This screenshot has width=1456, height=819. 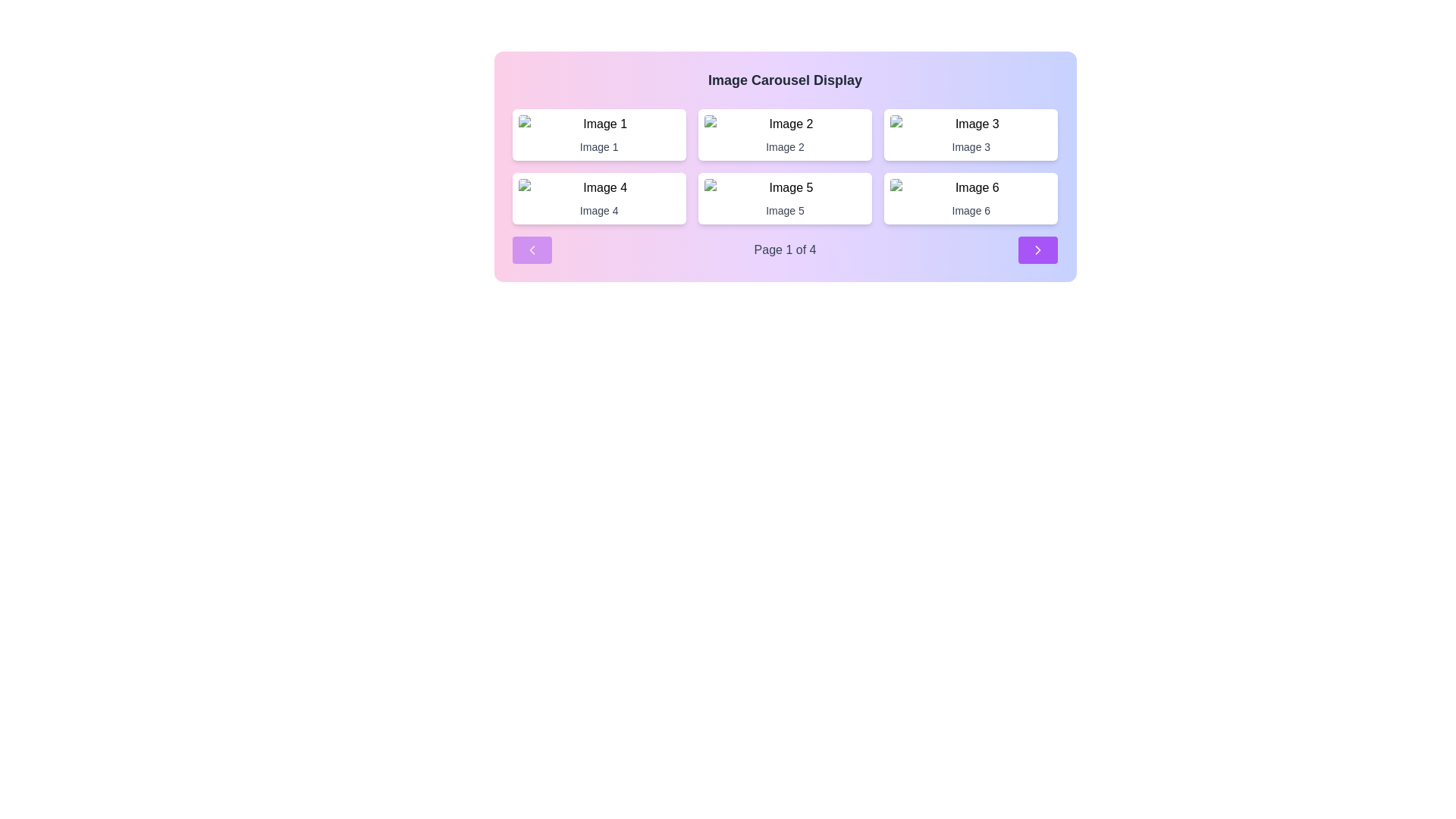 What do you see at coordinates (971, 146) in the screenshot?
I see `text label 'Image 3' displayed in gray, centered below the third image in the grid layout` at bounding box center [971, 146].